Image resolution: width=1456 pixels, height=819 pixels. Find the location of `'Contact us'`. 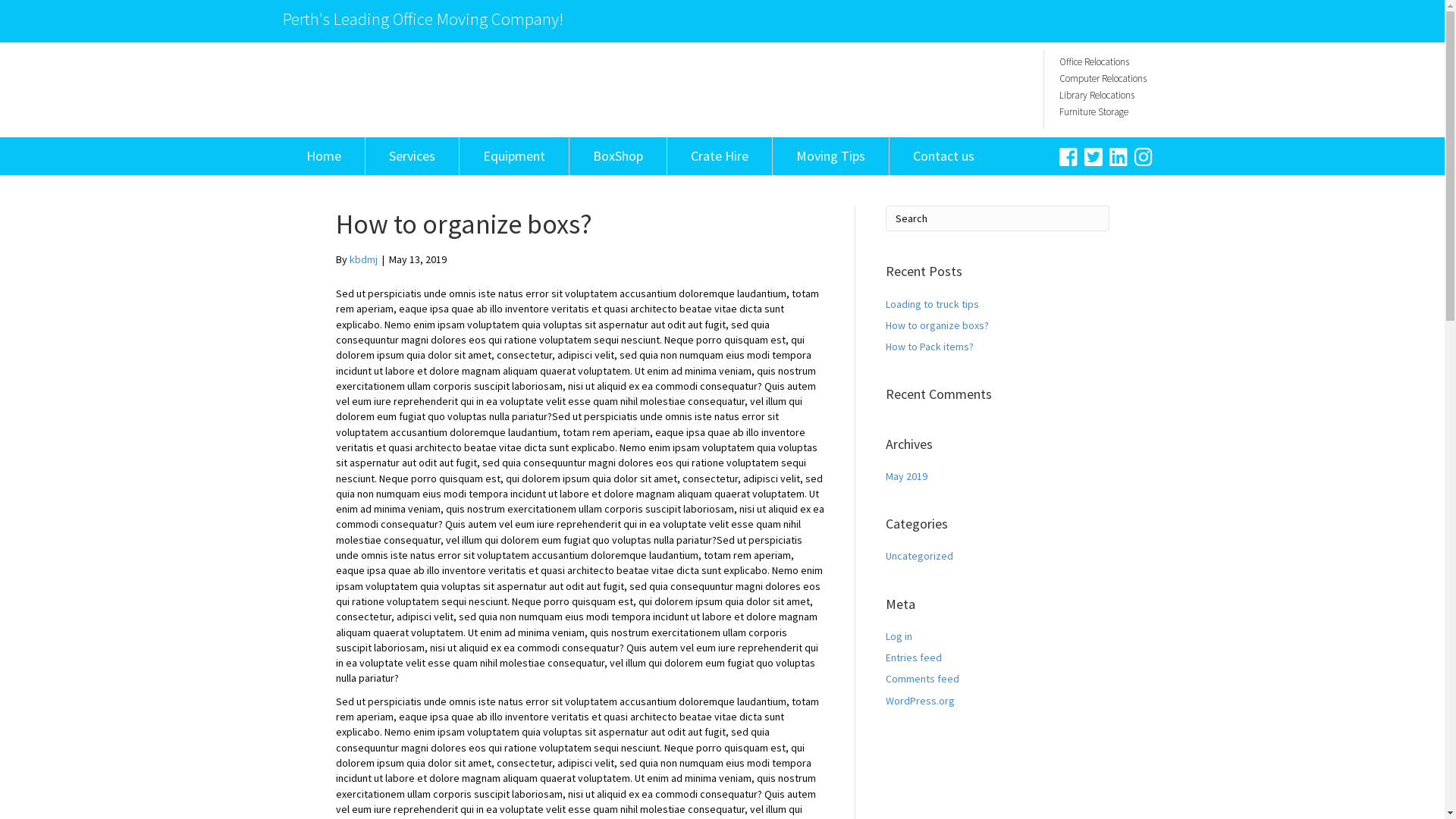

'Contact us' is located at coordinates (942, 155).